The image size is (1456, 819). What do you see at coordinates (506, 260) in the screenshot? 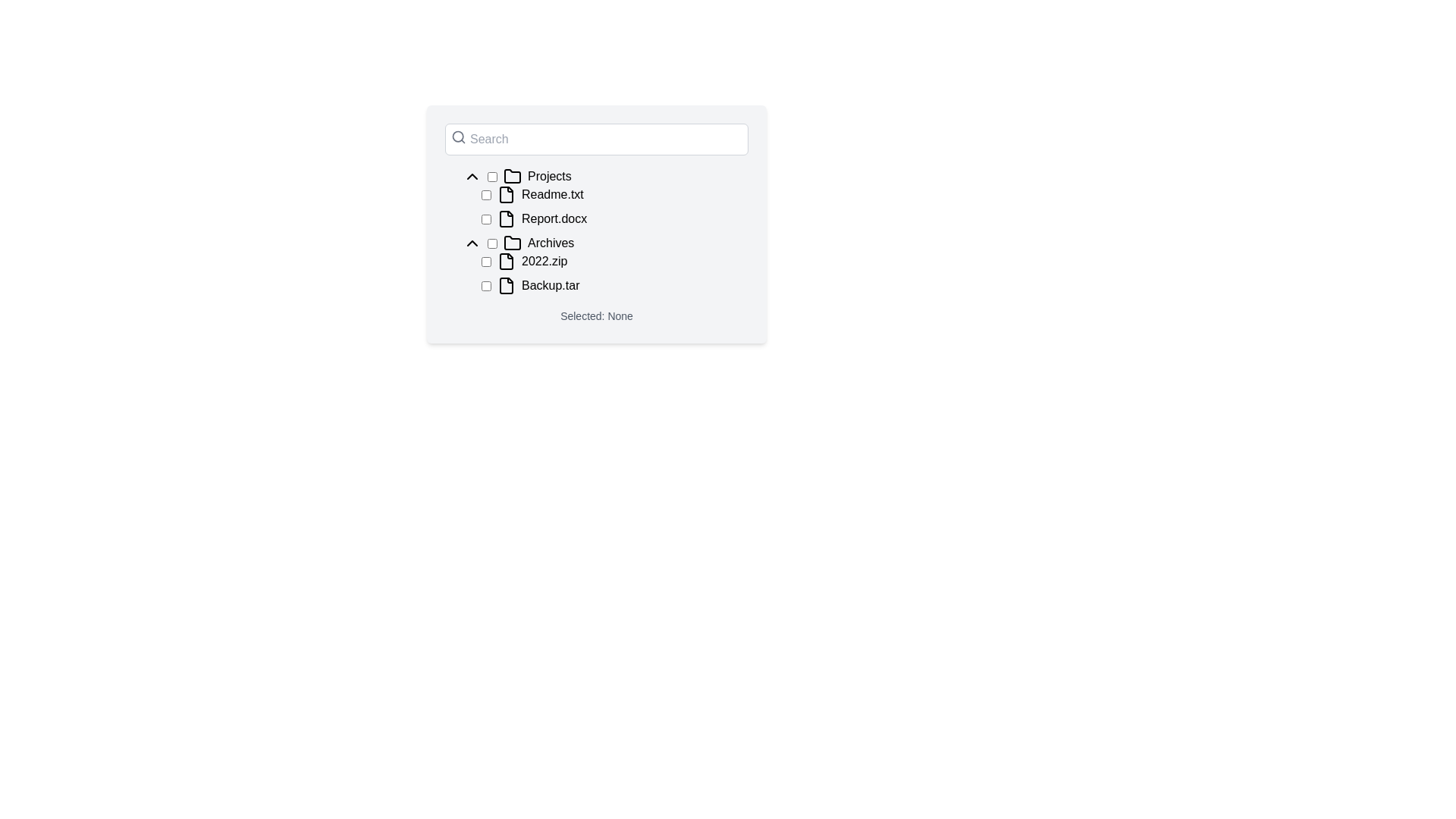
I see `the static graphical icon resembling a document or file, which is located next to the text label '2022.zip' under the 'Archives' directory` at bounding box center [506, 260].